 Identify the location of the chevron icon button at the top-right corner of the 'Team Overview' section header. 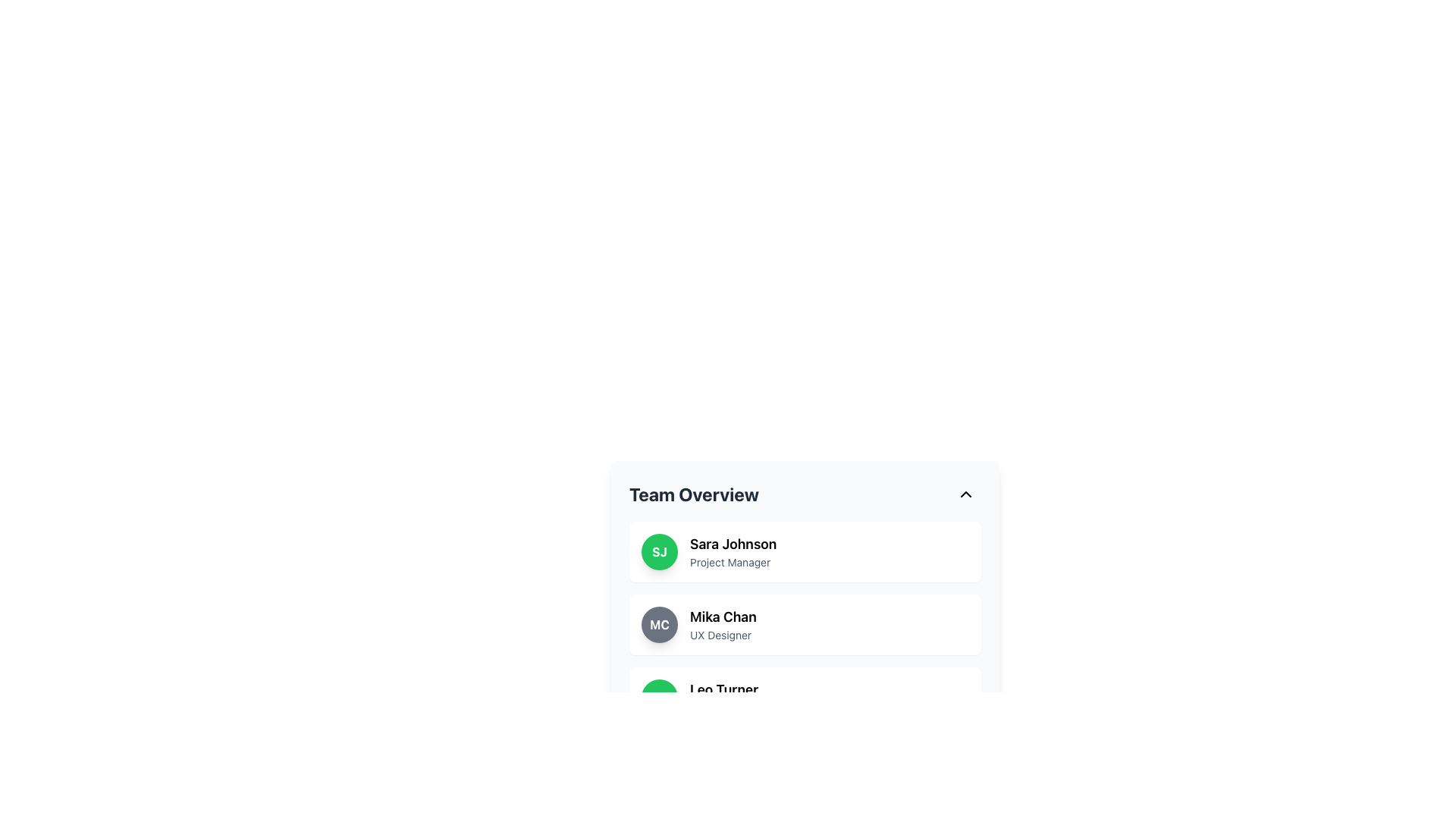
(965, 494).